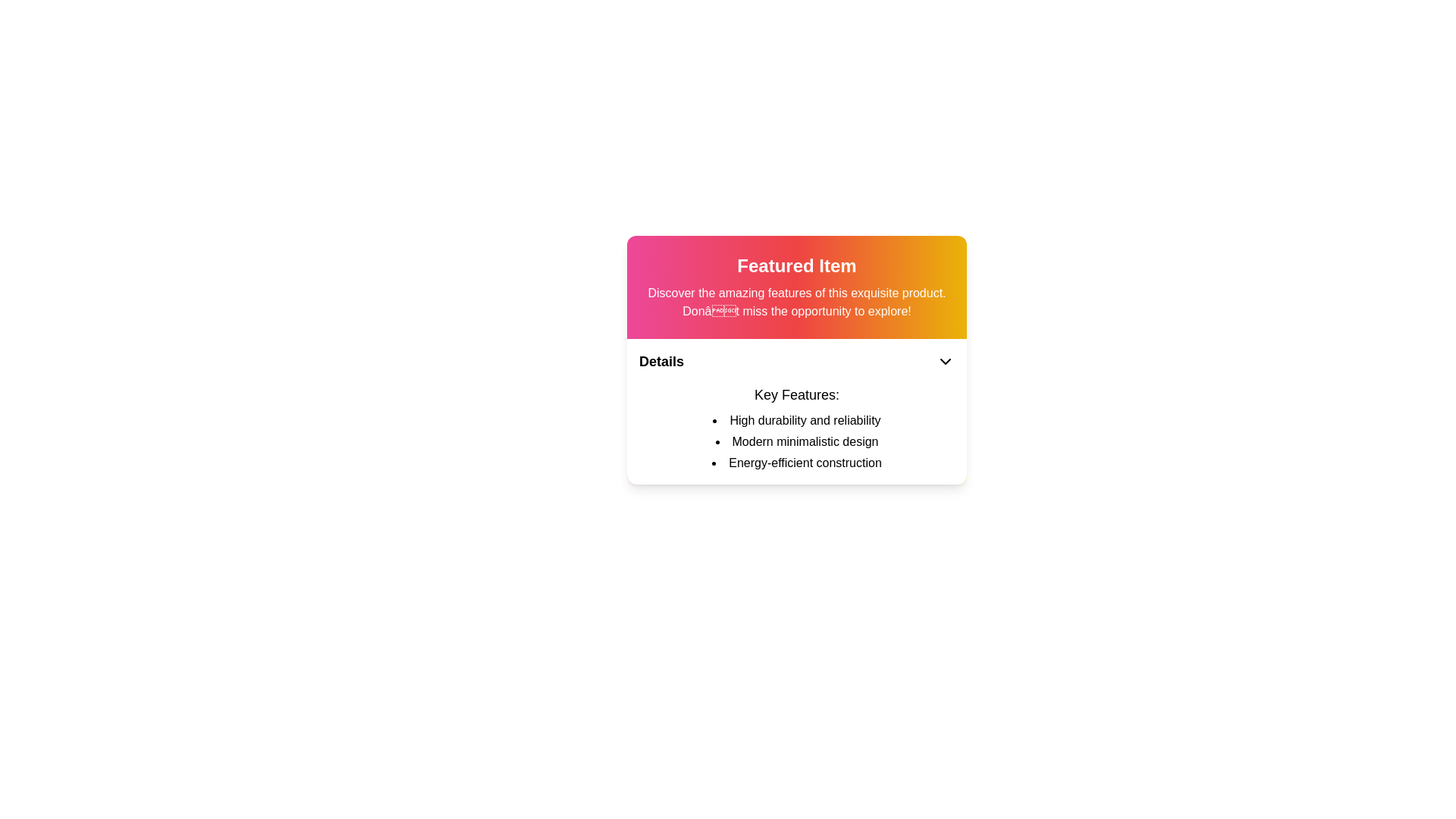 Image resolution: width=1456 pixels, height=819 pixels. Describe the element at coordinates (796, 265) in the screenshot. I see `the title or heading element that summarizes the content below it, located at the top of the section` at that location.